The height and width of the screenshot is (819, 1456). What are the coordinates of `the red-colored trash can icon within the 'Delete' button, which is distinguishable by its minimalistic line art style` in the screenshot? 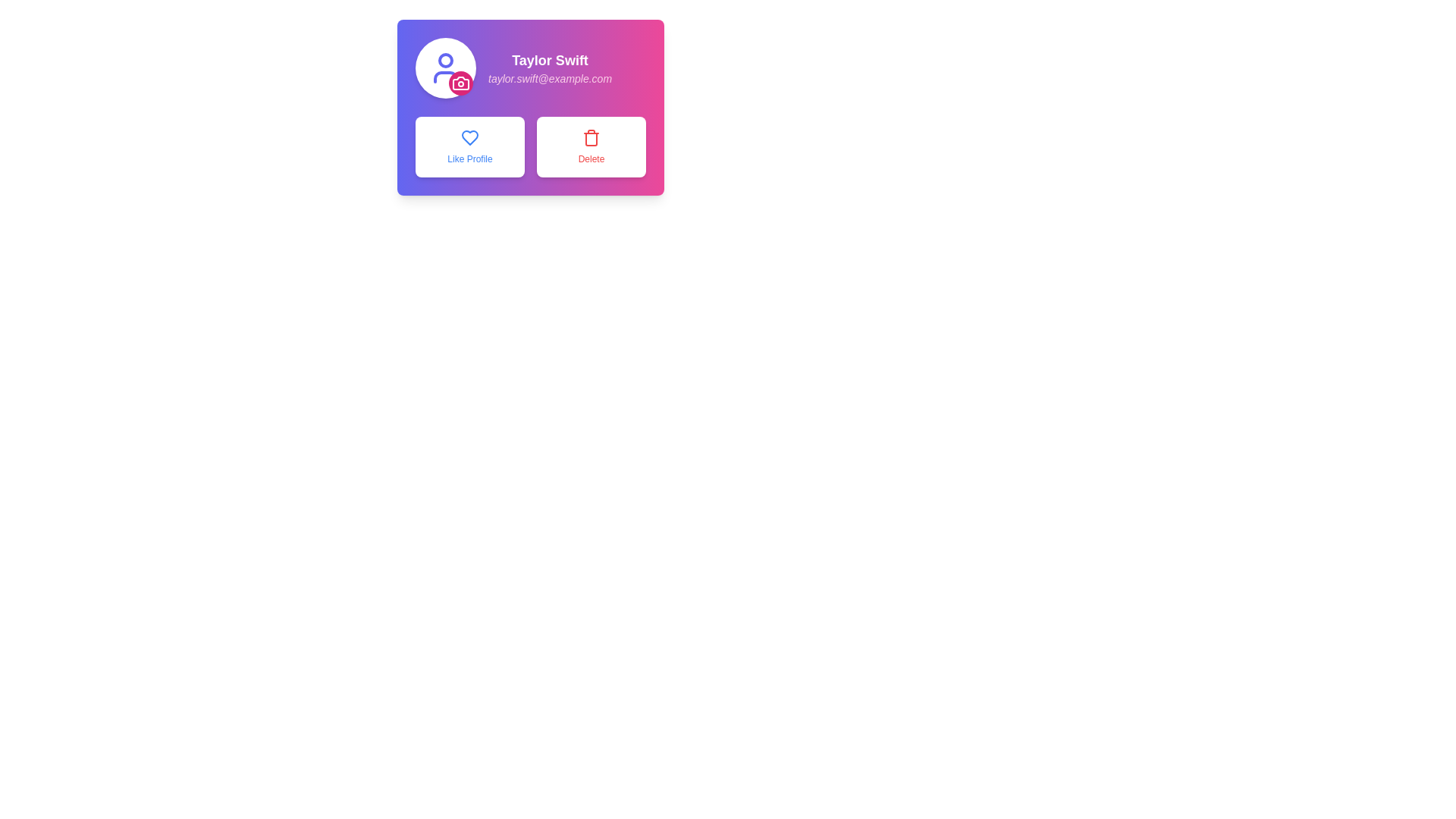 It's located at (590, 137).